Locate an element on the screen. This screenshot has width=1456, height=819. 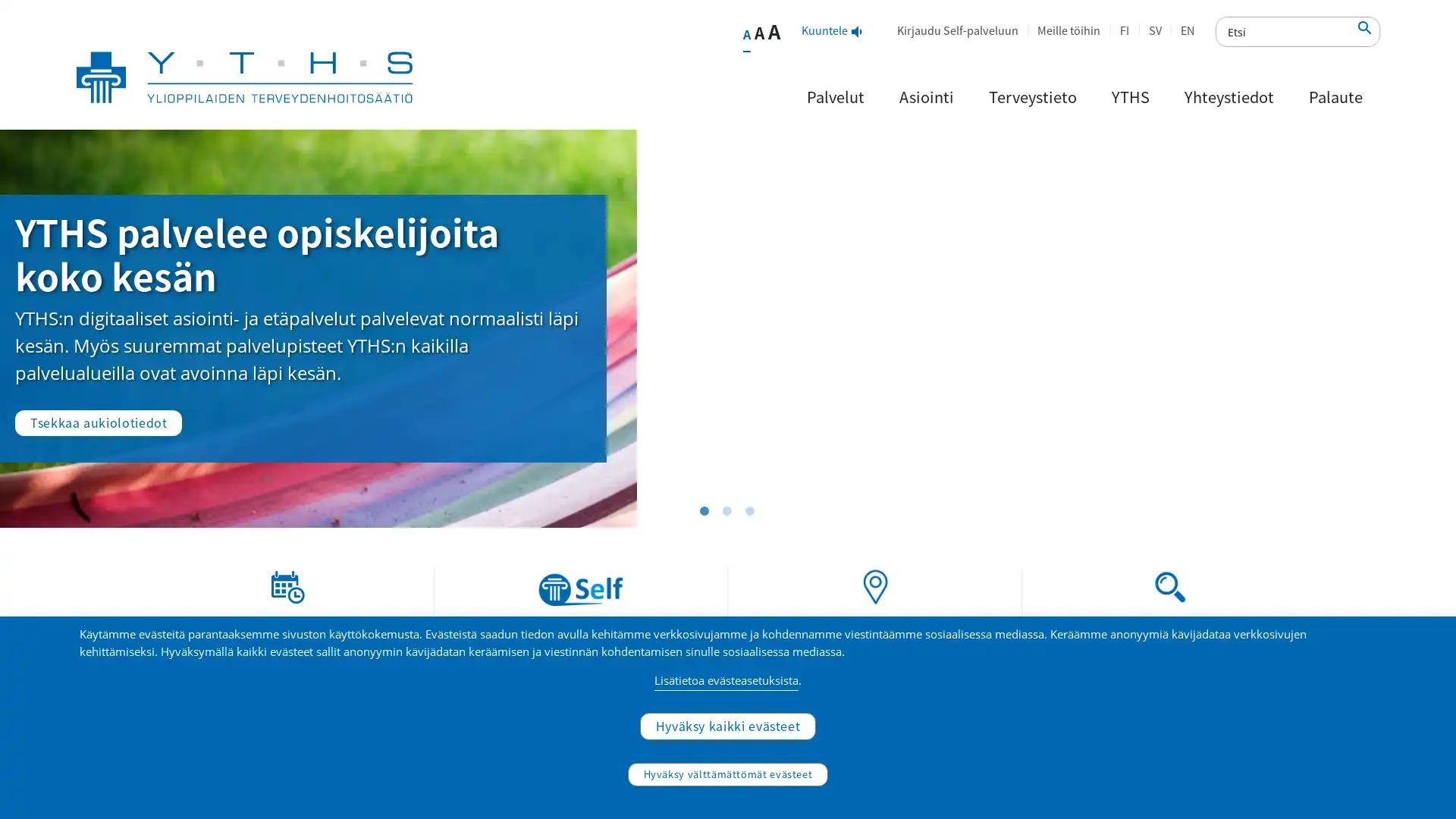
Etsi is located at coordinates (1365, 32).